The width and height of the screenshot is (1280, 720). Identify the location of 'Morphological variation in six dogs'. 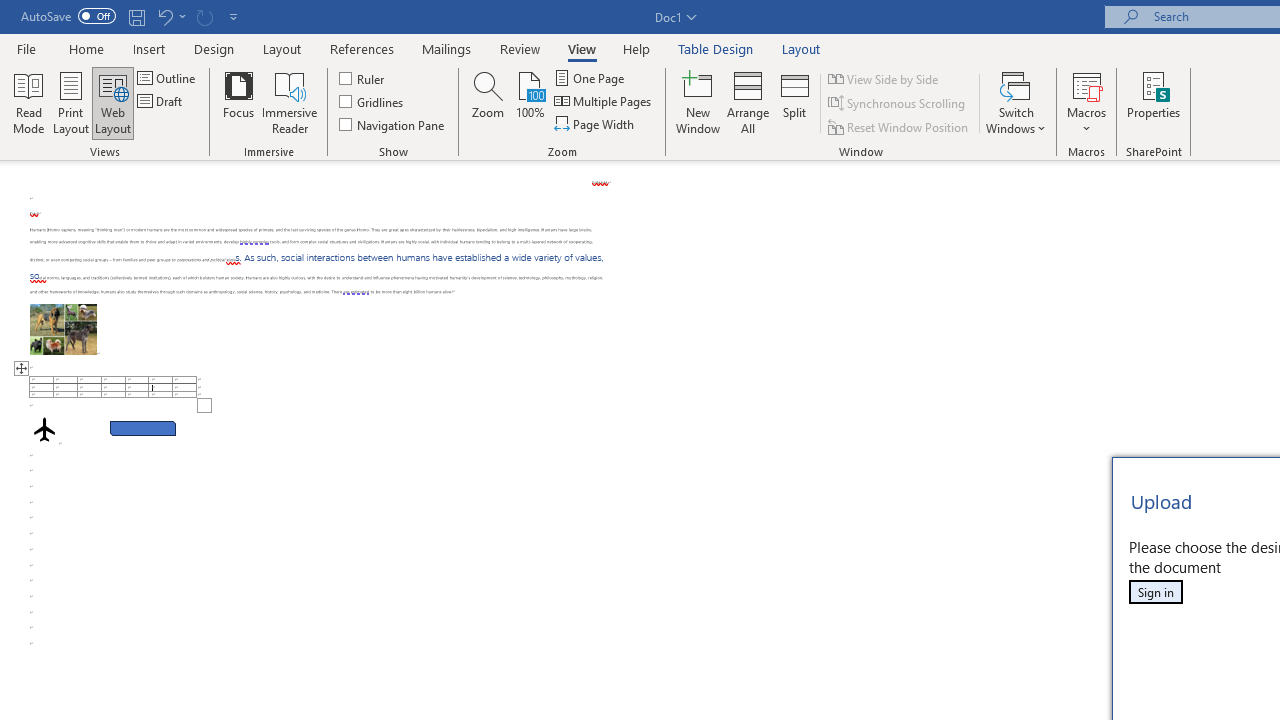
(63, 328).